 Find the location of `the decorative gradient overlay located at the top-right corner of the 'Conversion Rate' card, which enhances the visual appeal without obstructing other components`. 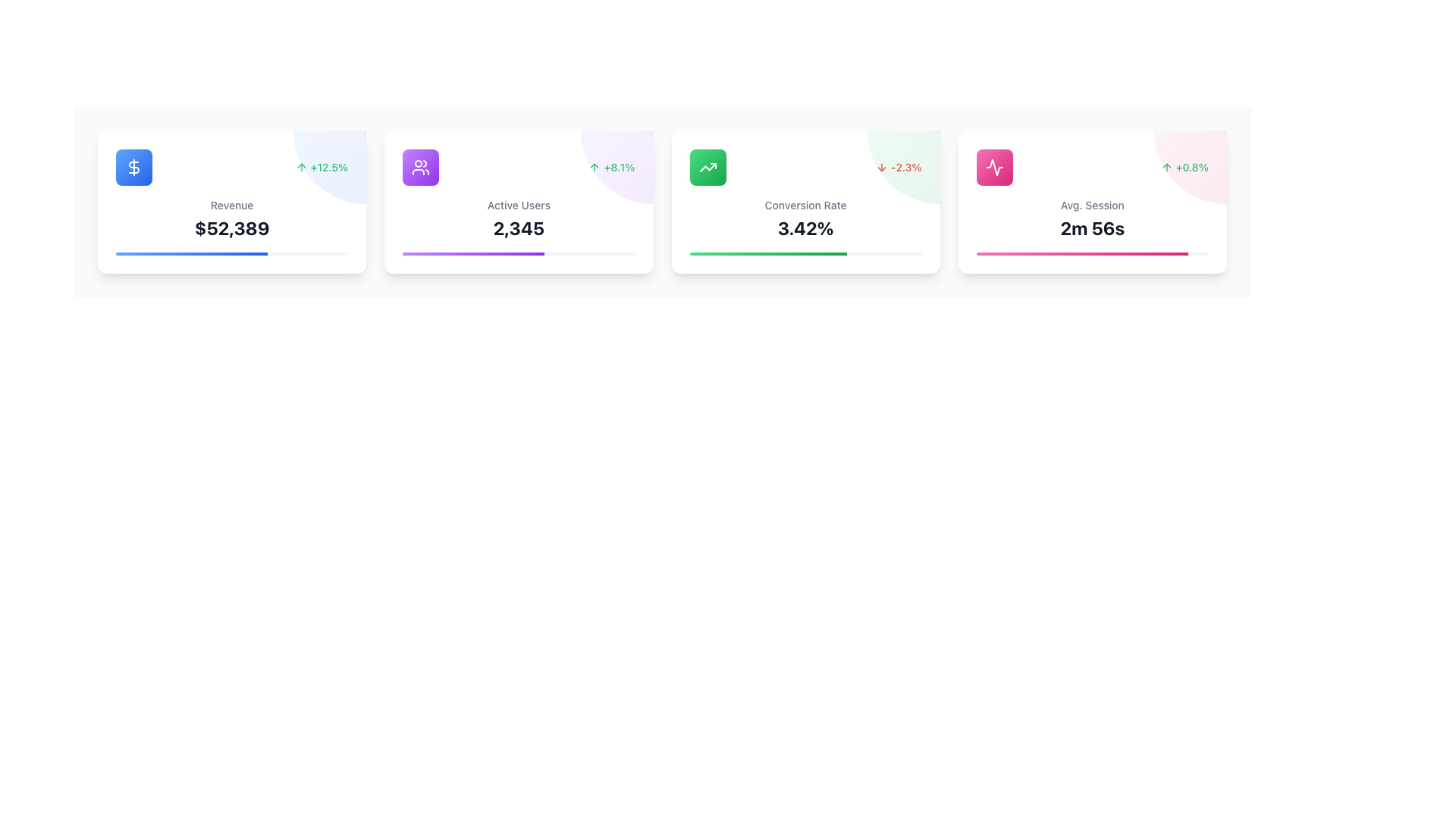

the decorative gradient overlay located at the top-right corner of the 'Conversion Rate' card, which enhances the visual appeal without obstructing other components is located at coordinates (903, 167).